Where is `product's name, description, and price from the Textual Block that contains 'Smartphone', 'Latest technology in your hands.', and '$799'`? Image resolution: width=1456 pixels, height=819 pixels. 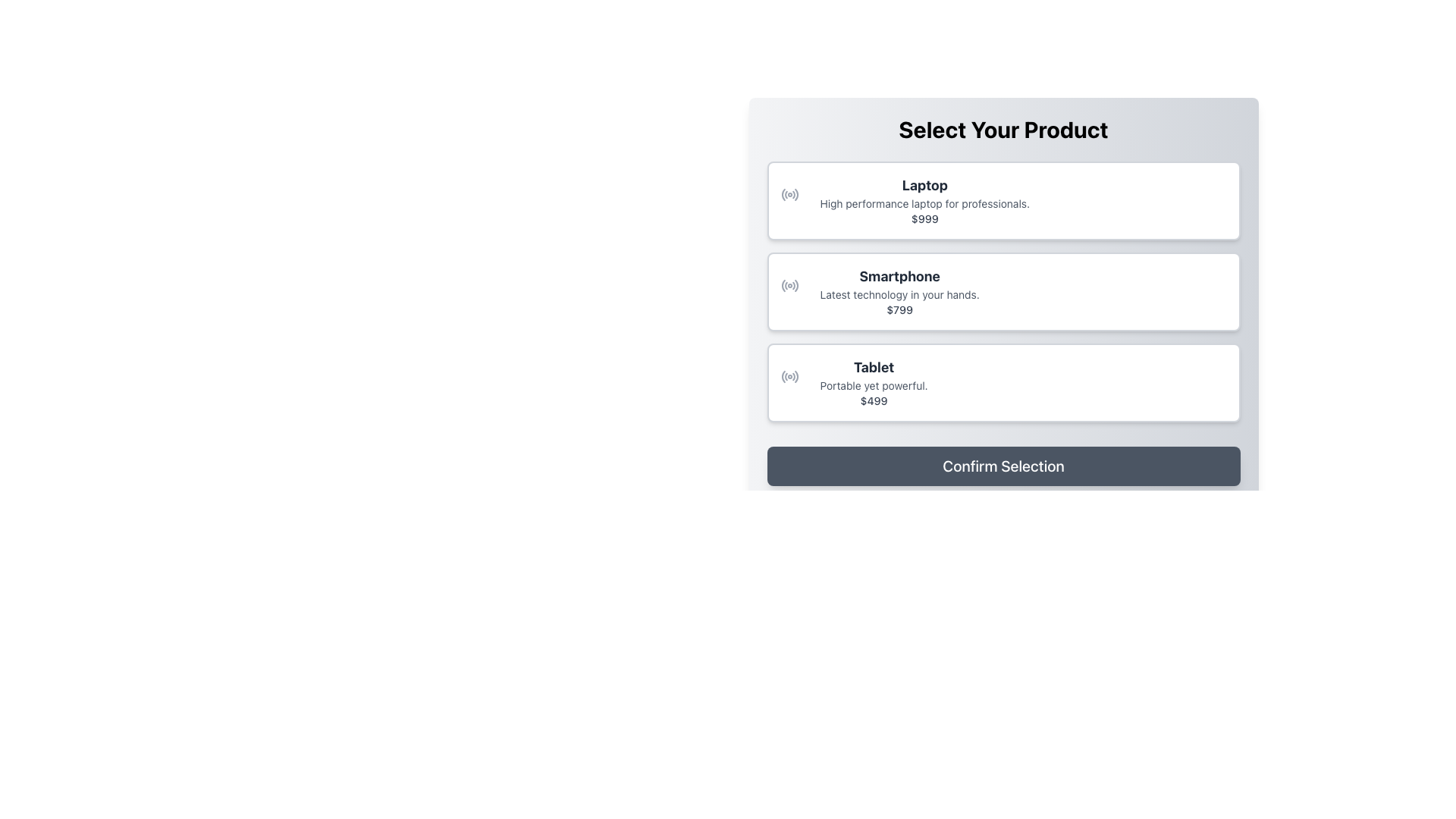
product's name, description, and price from the Textual Block that contains 'Smartphone', 'Latest technology in your hands.', and '$799' is located at coordinates (899, 292).